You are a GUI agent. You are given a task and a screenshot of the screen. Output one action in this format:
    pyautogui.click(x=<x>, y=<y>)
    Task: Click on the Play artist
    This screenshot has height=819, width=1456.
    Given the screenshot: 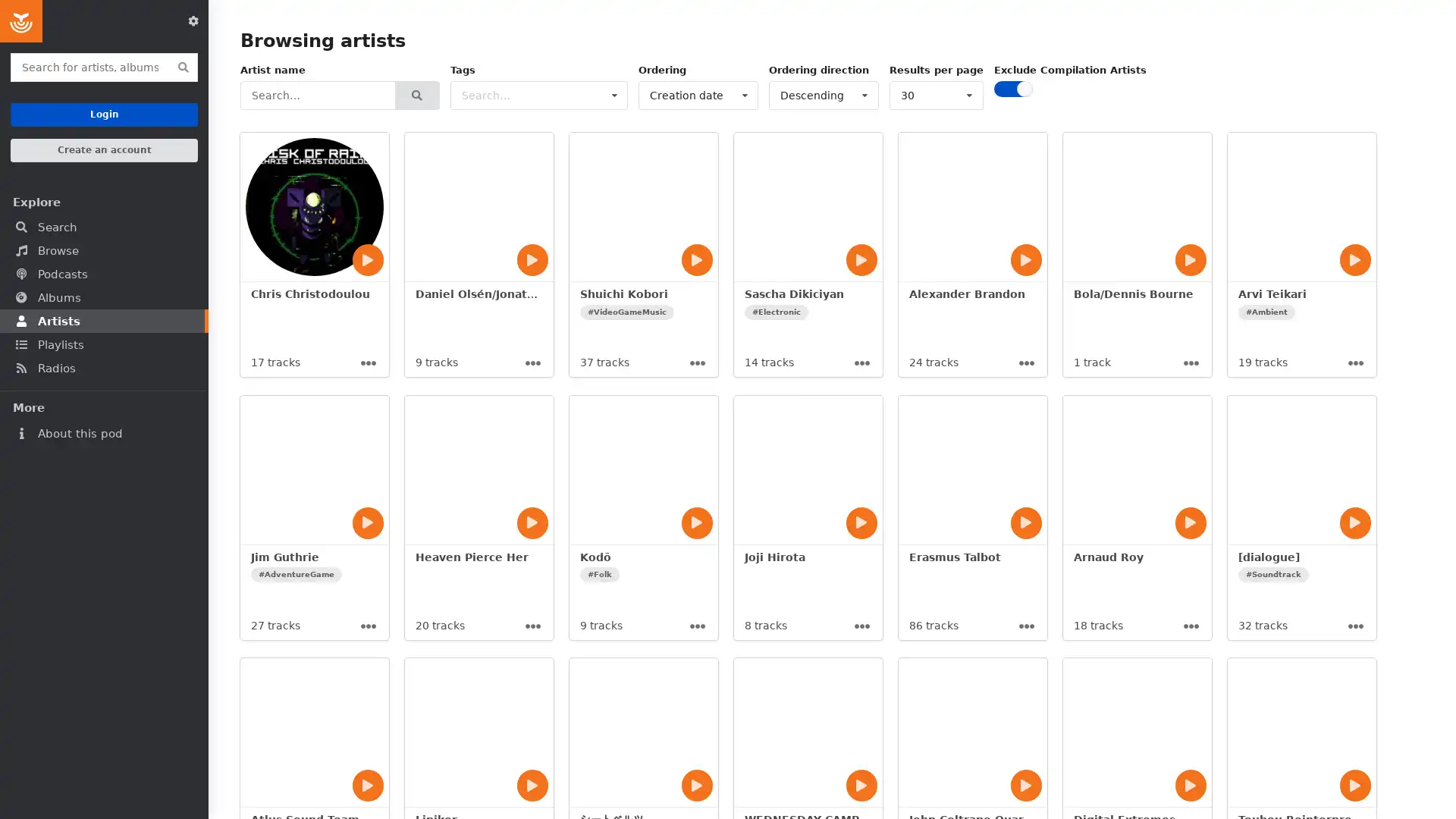 What is the action you would take?
    pyautogui.click(x=367, y=522)
    